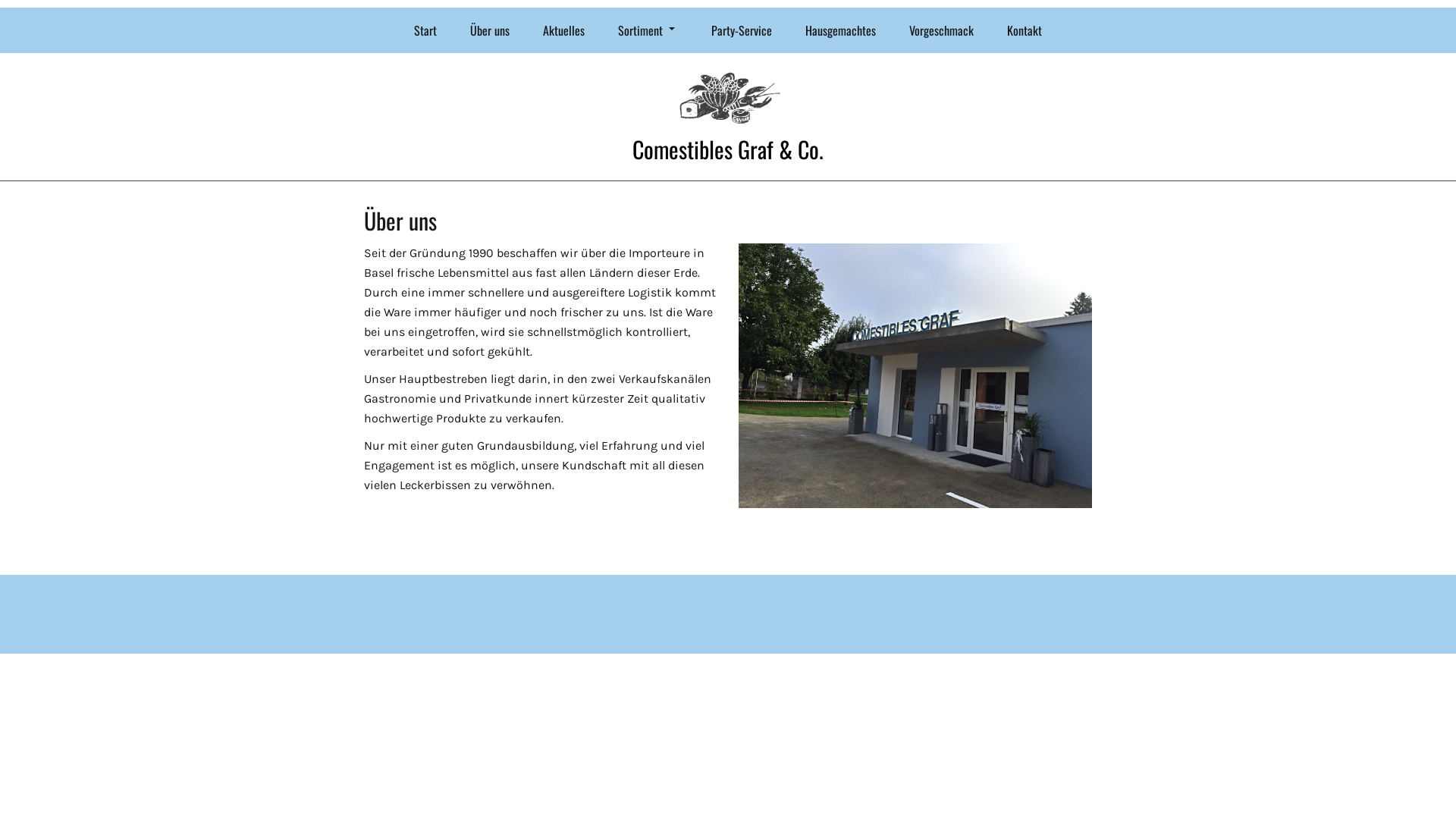 The height and width of the screenshot is (819, 1456). Describe the element at coordinates (528, 30) in the screenshot. I see `'Aktuelles'` at that location.